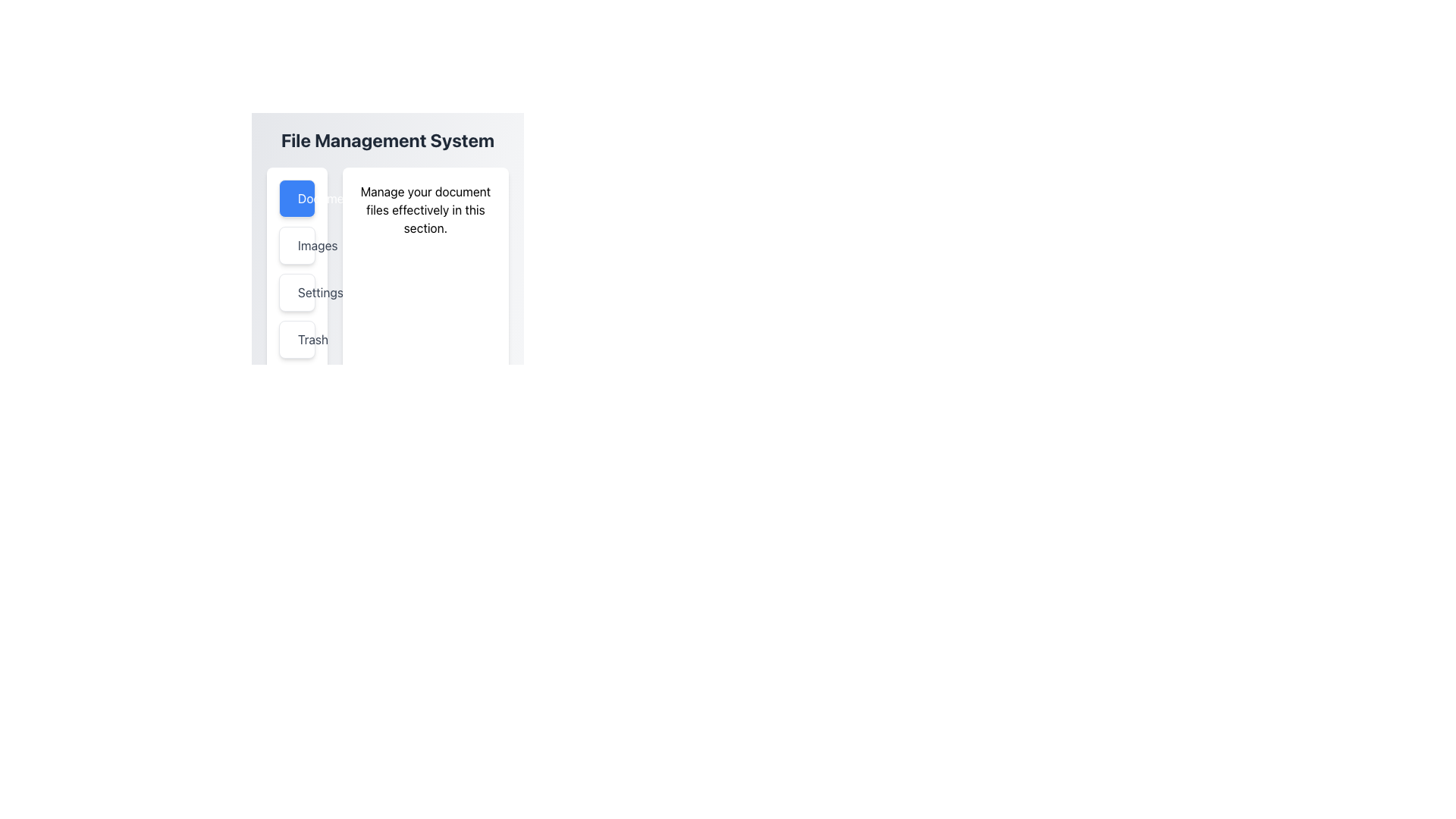 The image size is (1456, 819). What do you see at coordinates (298, 341) in the screenshot?
I see `the trash can icon in the vertical navigation bar on the left side of the interface to initiate a delete action` at bounding box center [298, 341].